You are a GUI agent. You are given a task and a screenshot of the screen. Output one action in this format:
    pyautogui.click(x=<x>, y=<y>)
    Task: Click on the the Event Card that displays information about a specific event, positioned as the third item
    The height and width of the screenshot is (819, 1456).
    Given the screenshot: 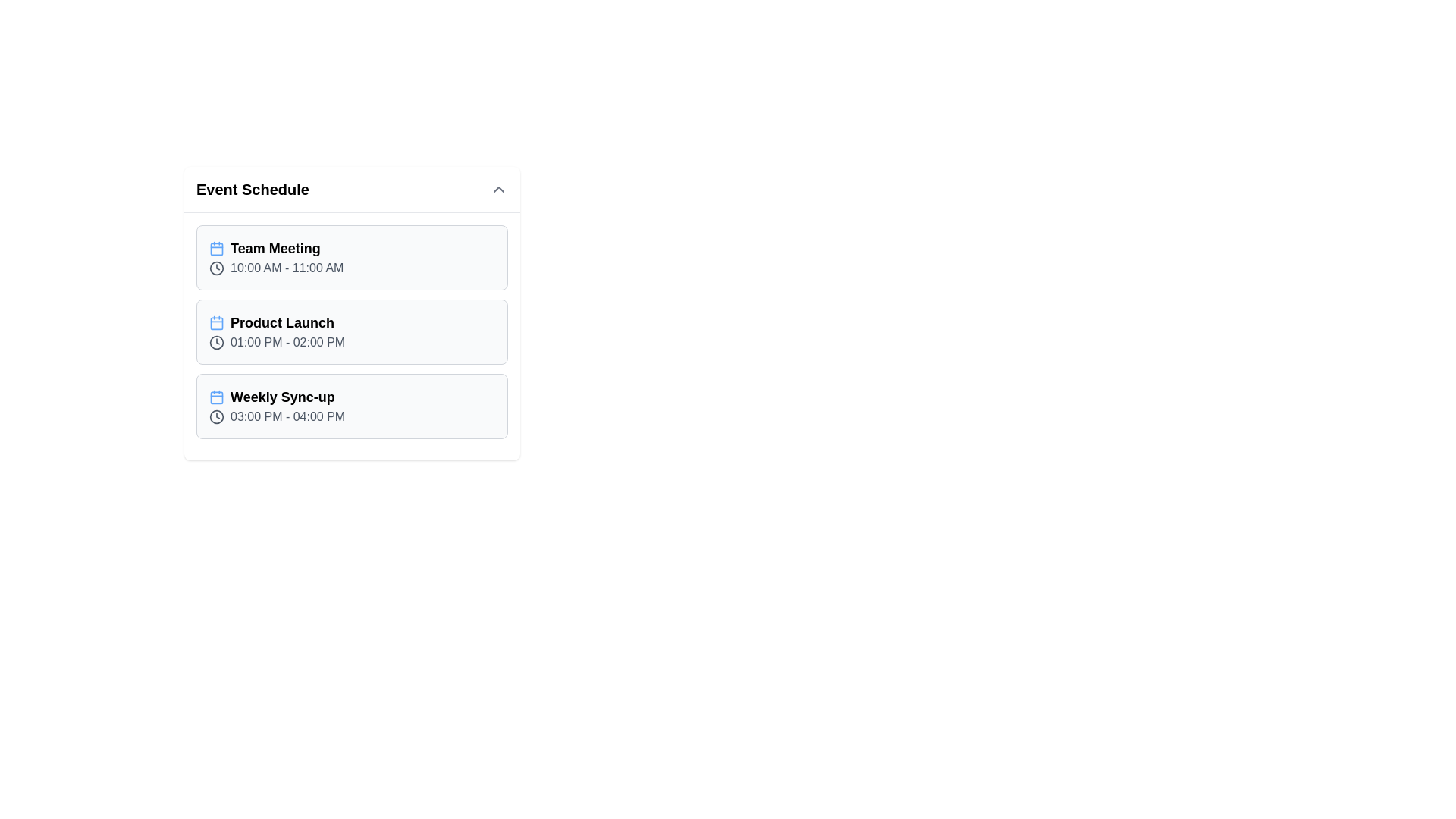 What is the action you would take?
    pyautogui.click(x=351, y=406)
    